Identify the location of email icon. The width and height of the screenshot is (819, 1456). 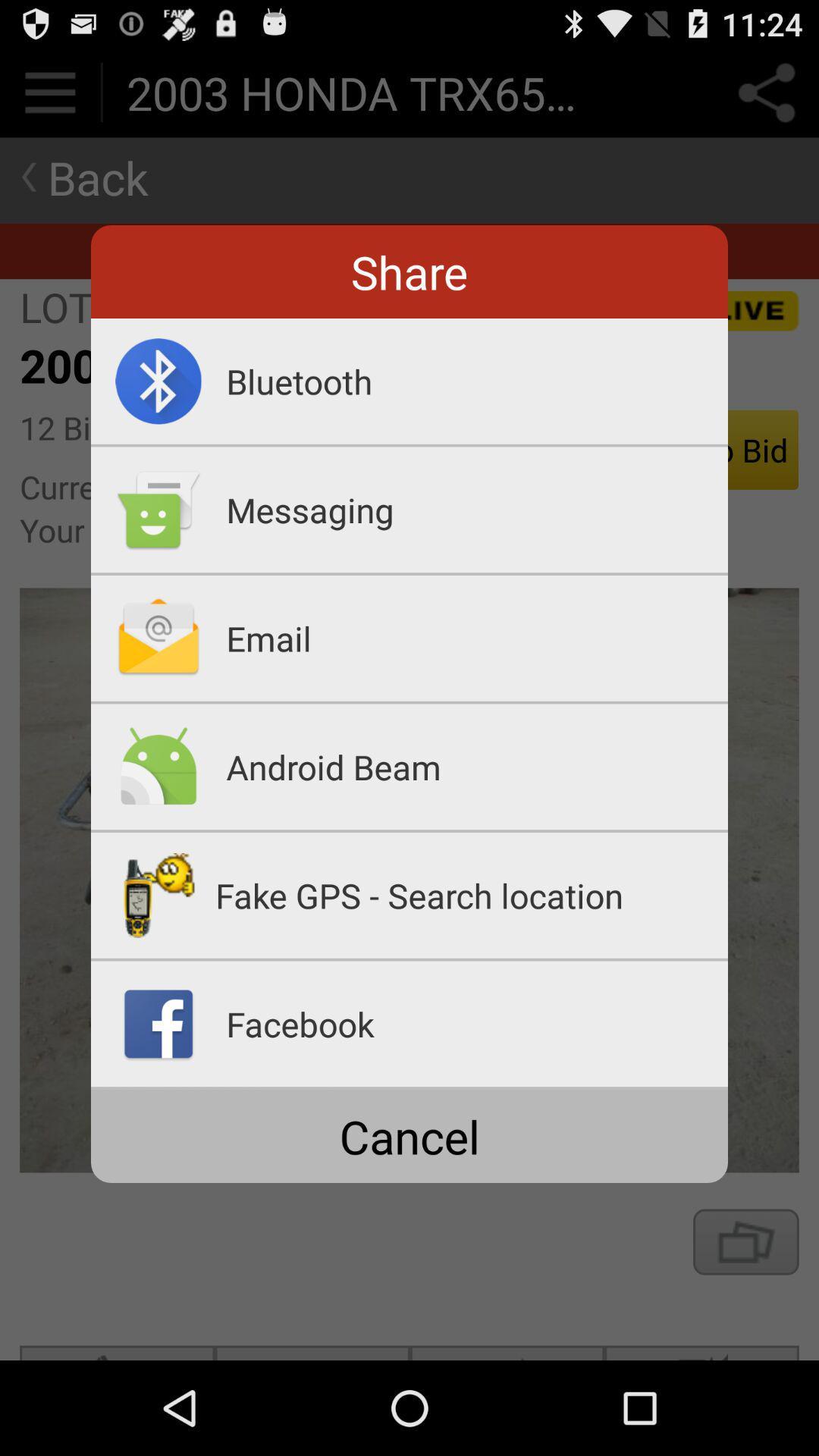
(476, 638).